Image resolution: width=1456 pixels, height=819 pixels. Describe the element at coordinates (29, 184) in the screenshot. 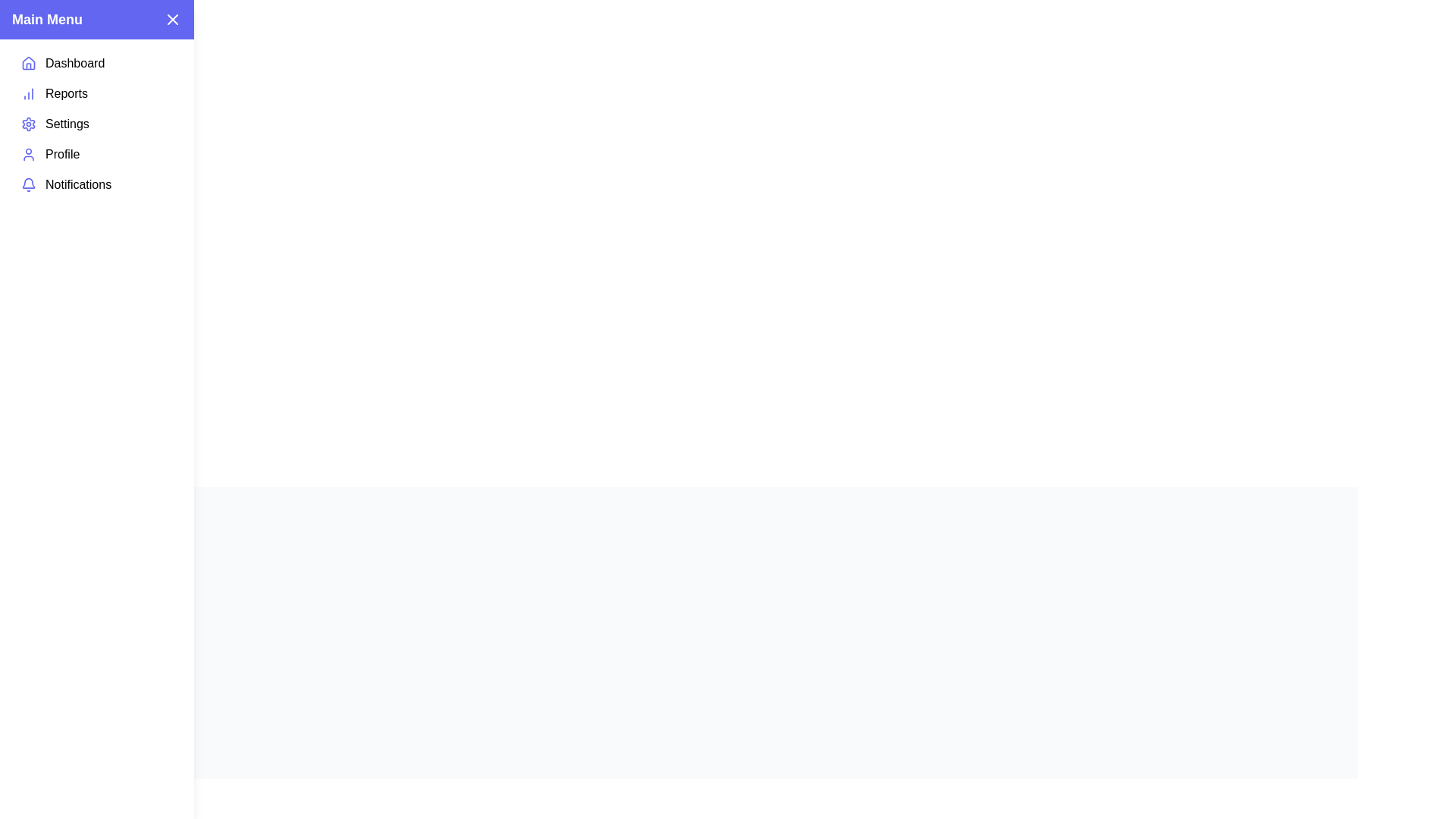

I see `the bell icon, which is styled with a blue-indigo hue and located to the left of the 'Notifications' text in the vertical navigation menu` at that location.